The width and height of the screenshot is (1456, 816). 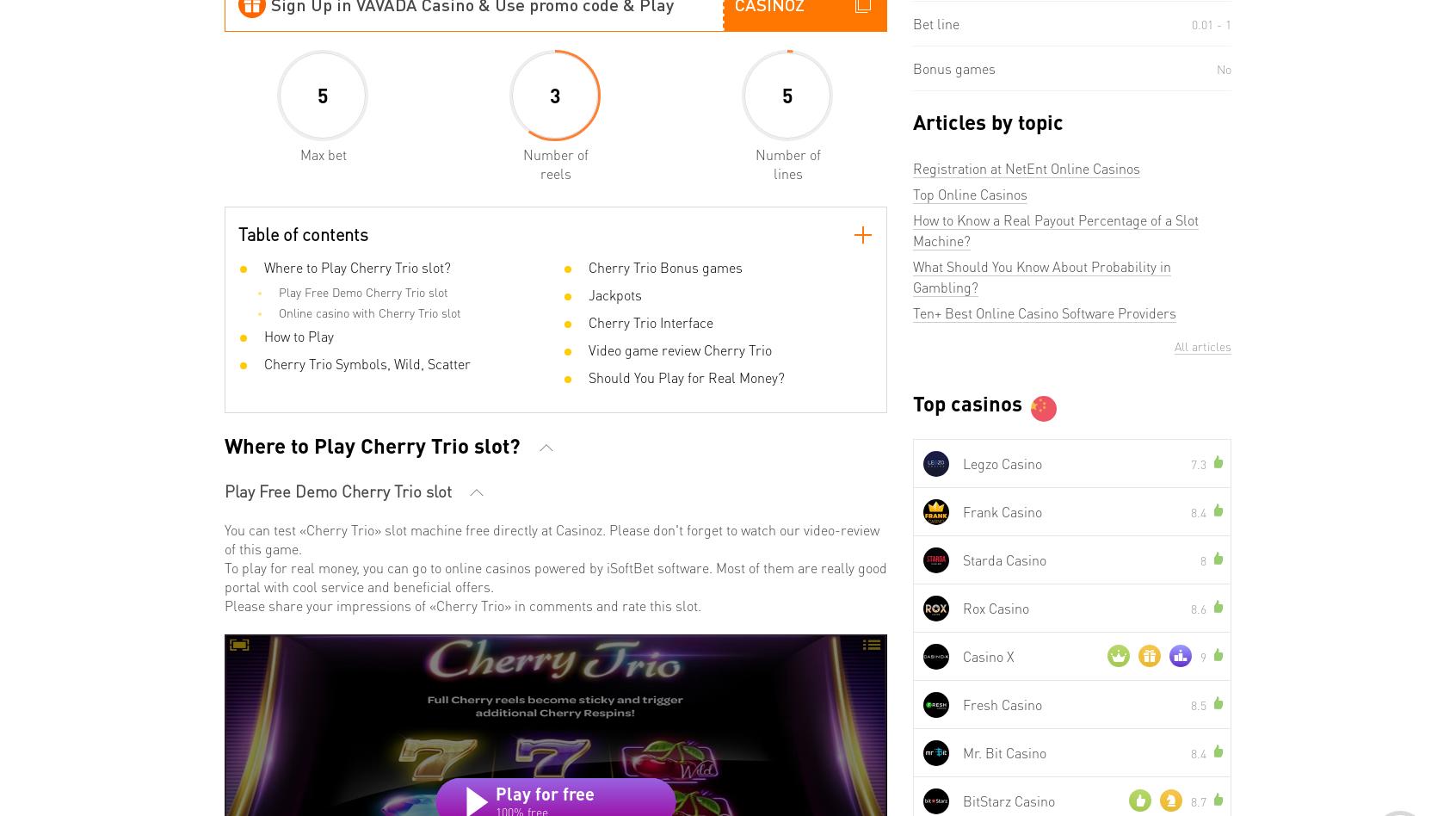 I want to click on 'Ten+ Best Online Casino Software Providers', so click(x=1045, y=312).